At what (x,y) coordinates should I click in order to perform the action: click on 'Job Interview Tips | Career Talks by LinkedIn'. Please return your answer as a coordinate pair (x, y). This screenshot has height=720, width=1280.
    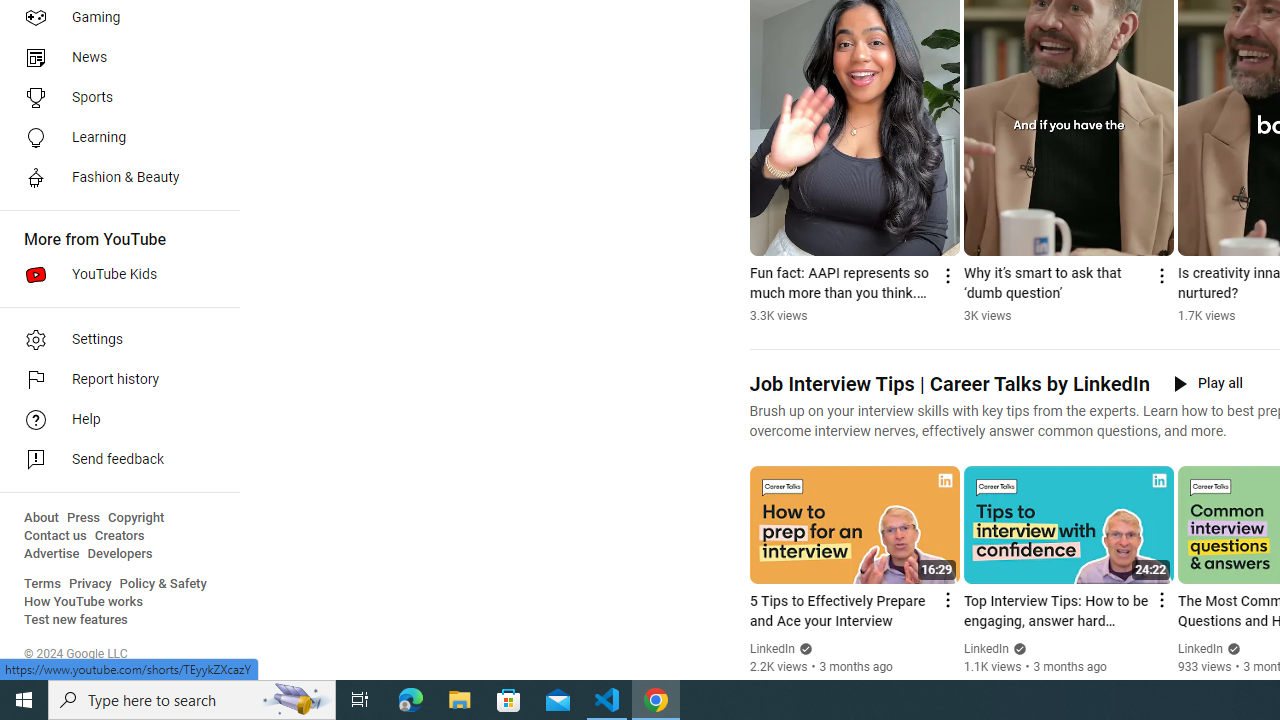
    Looking at the image, I should click on (948, 384).